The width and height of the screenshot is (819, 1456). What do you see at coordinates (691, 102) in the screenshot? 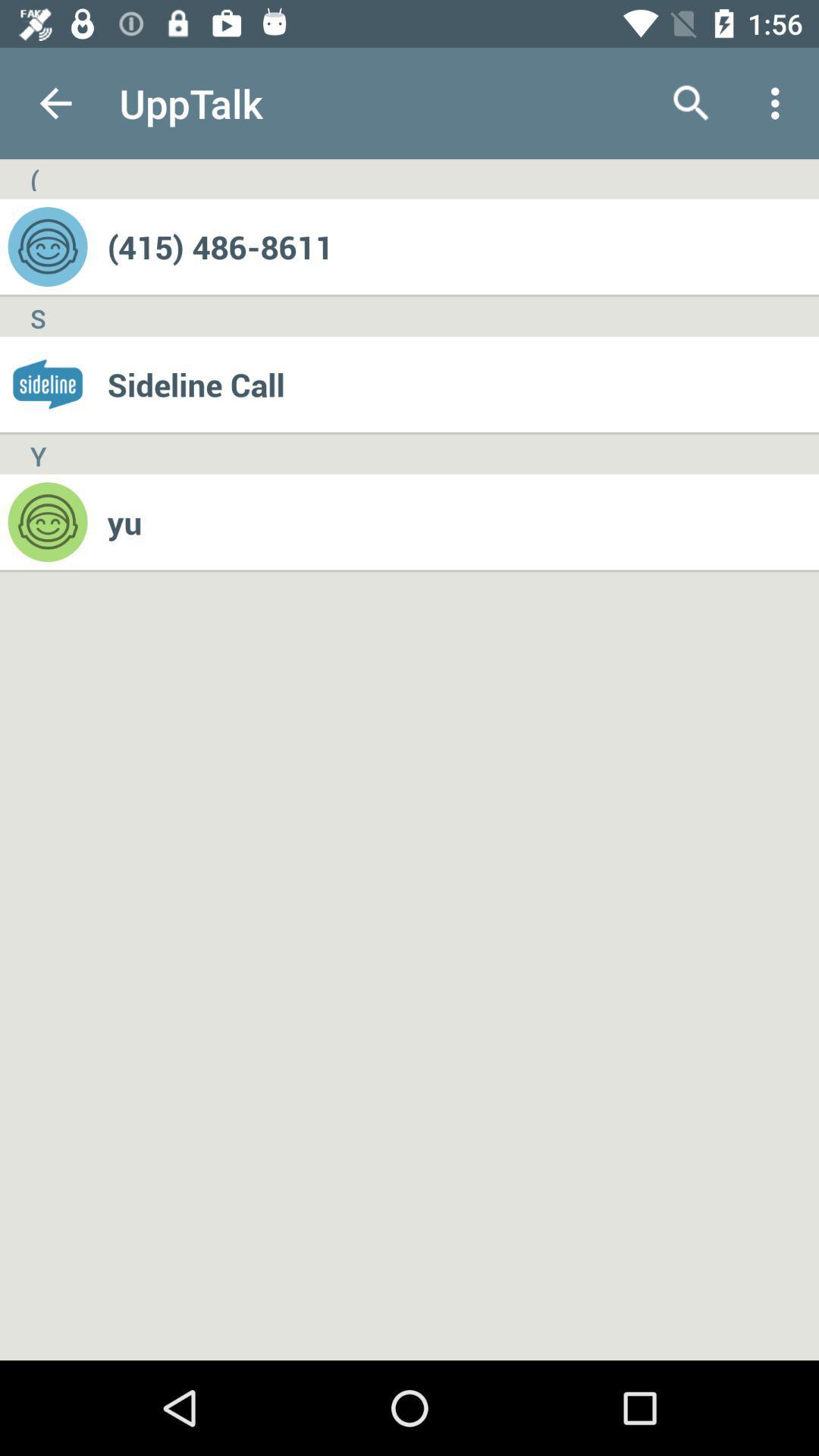
I see `app to the right of upptalk icon` at bounding box center [691, 102].